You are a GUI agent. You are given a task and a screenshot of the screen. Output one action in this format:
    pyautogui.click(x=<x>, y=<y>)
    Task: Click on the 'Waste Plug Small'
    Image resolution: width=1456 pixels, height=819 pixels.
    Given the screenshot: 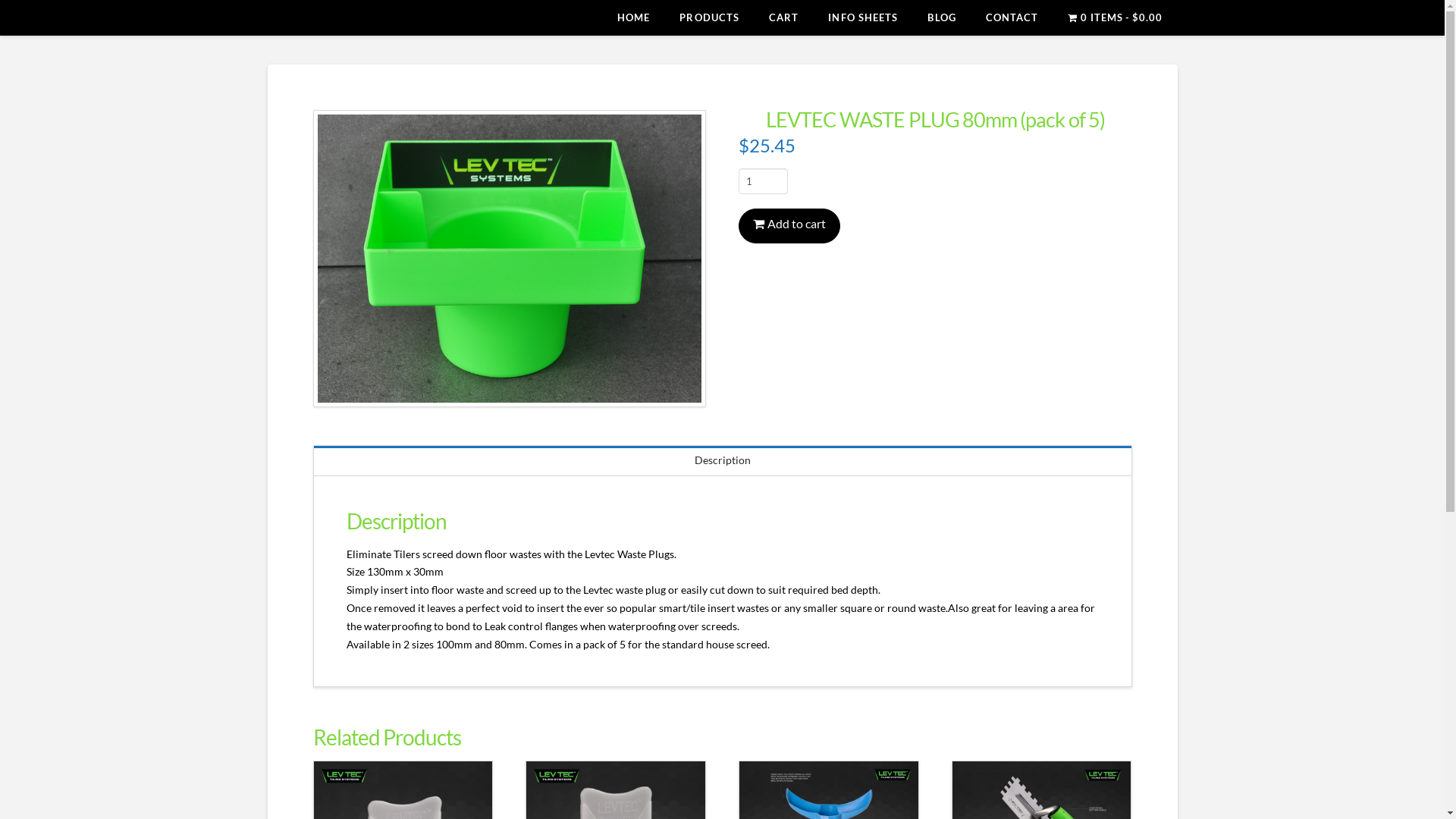 What is the action you would take?
    pyautogui.click(x=509, y=257)
    